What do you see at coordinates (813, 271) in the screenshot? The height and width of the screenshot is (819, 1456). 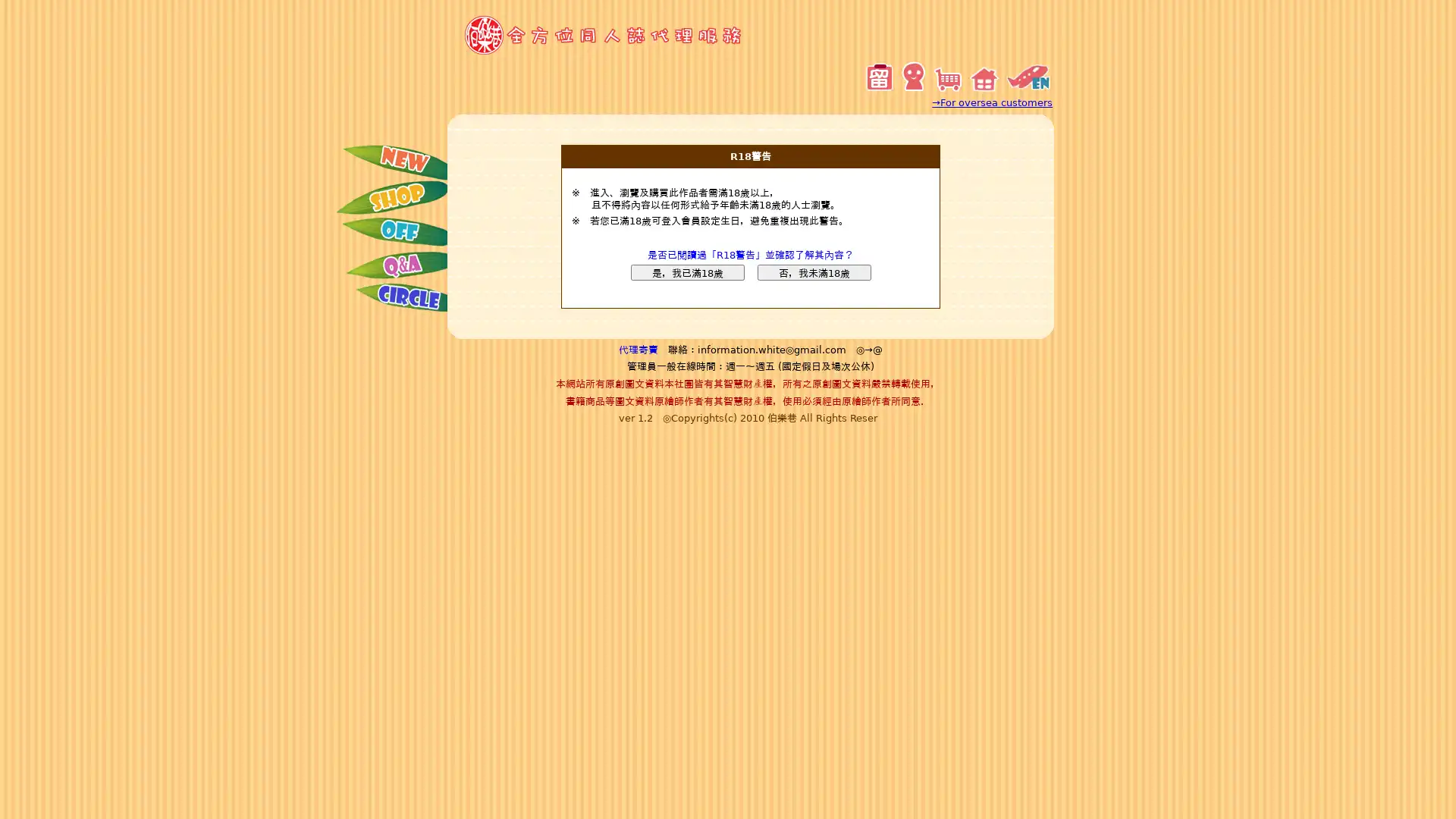 I see `,18` at bounding box center [813, 271].